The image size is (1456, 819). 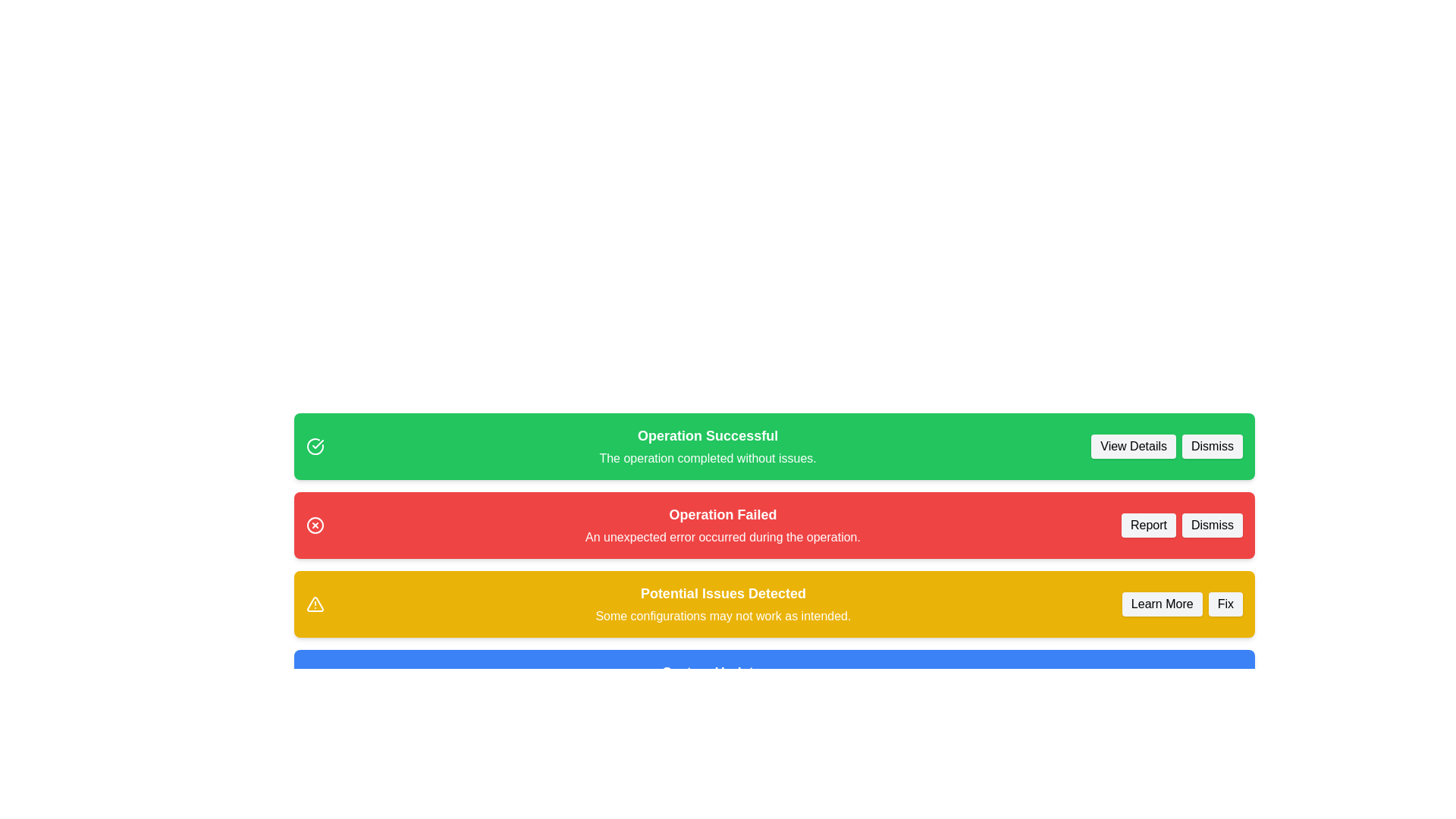 I want to click on the yellow alert message titled 'Potential Issues Detected' with the subtitle 'Some configurations may not work as intended.', so click(x=722, y=604).